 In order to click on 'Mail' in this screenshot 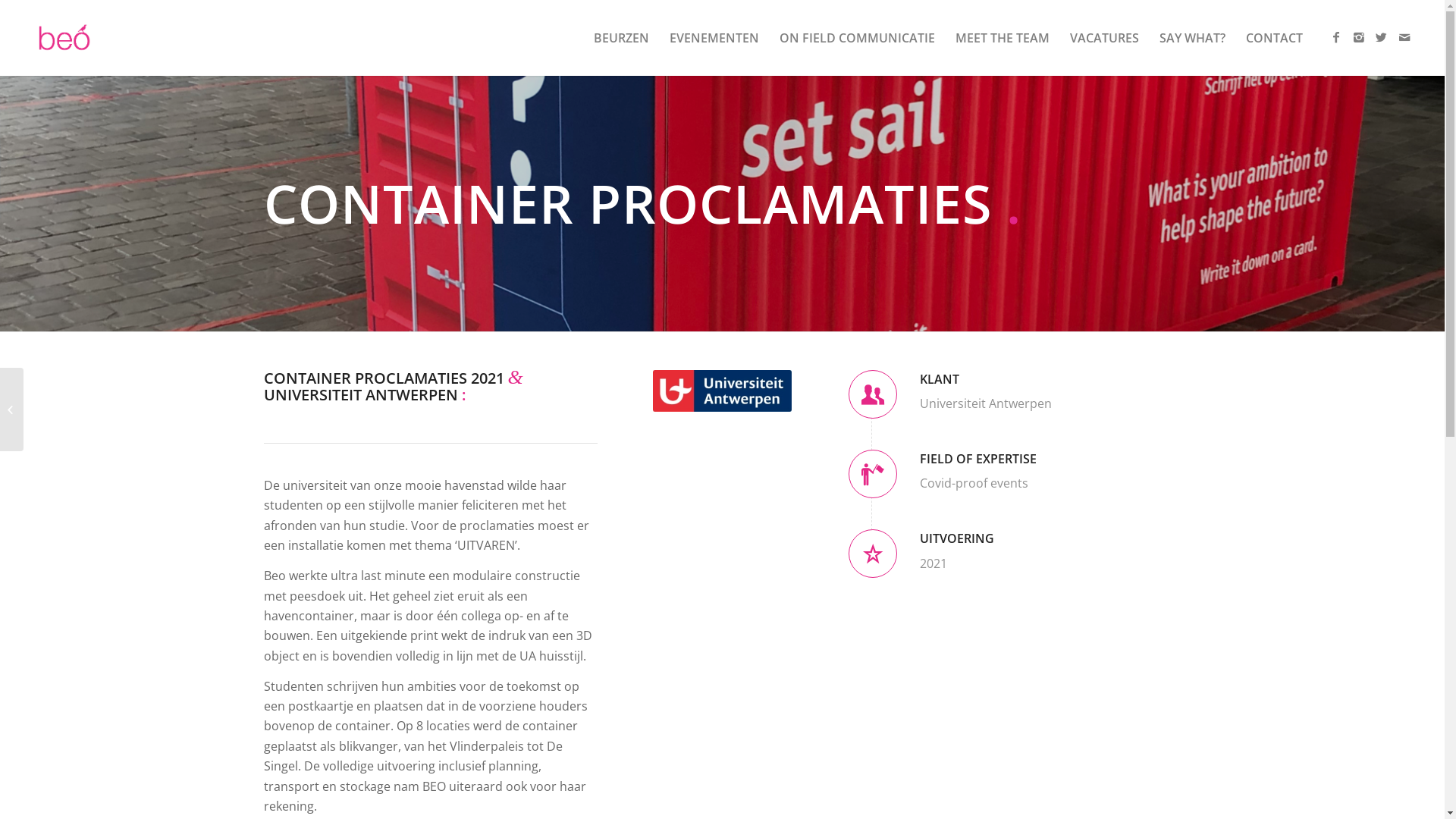, I will do `click(1404, 36)`.